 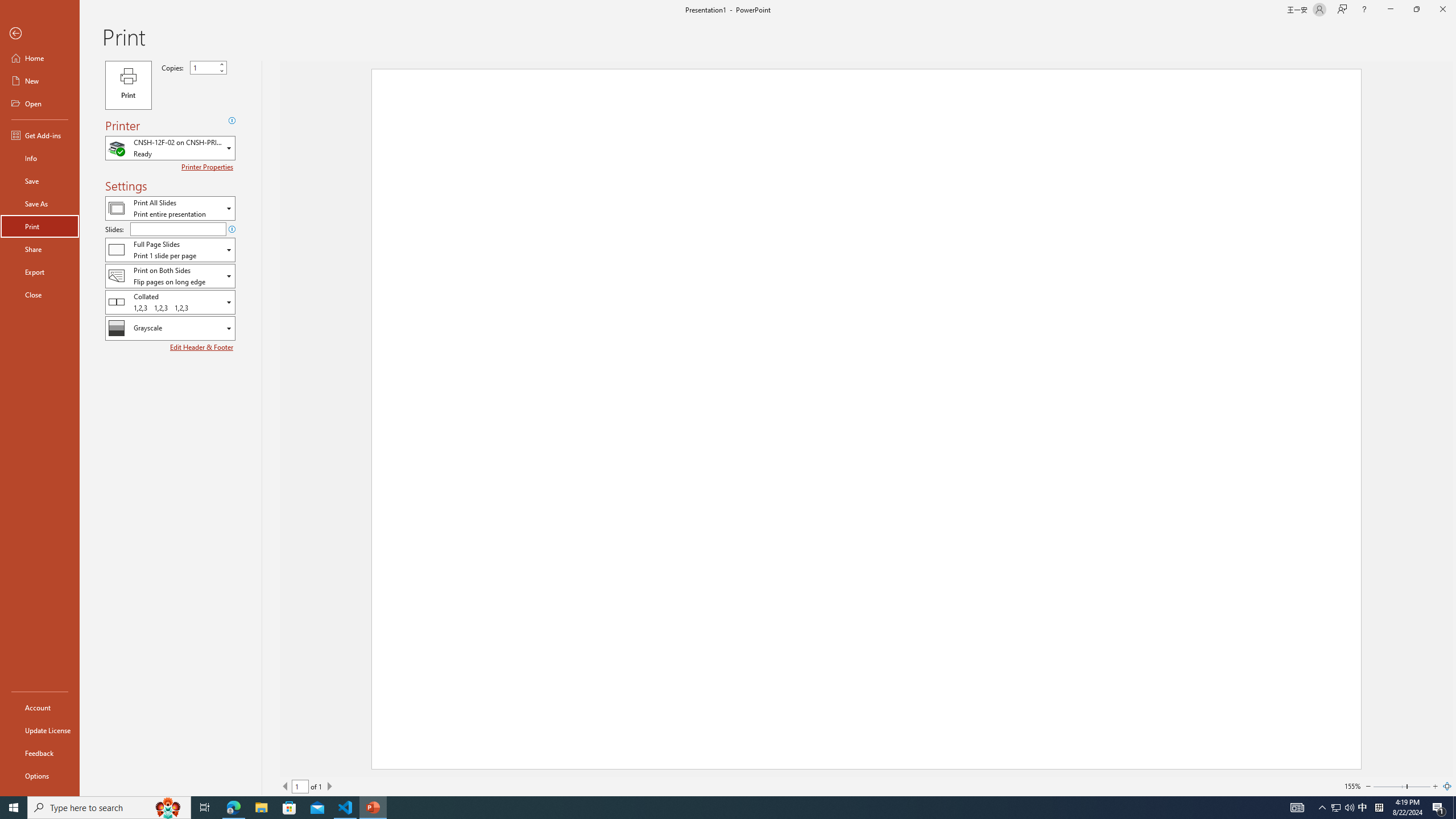 I want to click on 'Collation', so click(x=169, y=302).